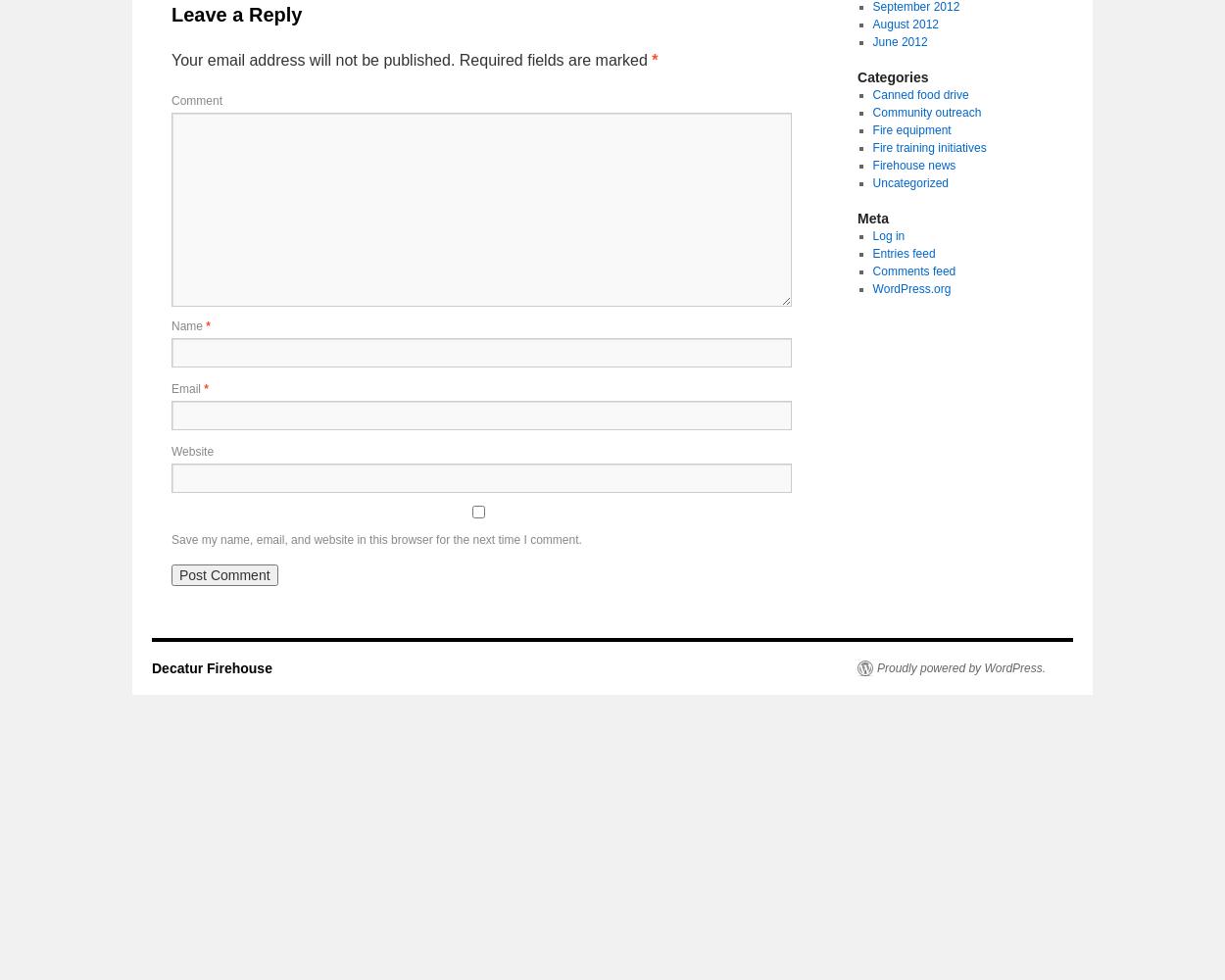 The height and width of the screenshot is (980, 1225). What do you see at coordinates (312, 60) in the screenshot?
I see `'Your email address will not be published.'` at bounding box center [312, 60].